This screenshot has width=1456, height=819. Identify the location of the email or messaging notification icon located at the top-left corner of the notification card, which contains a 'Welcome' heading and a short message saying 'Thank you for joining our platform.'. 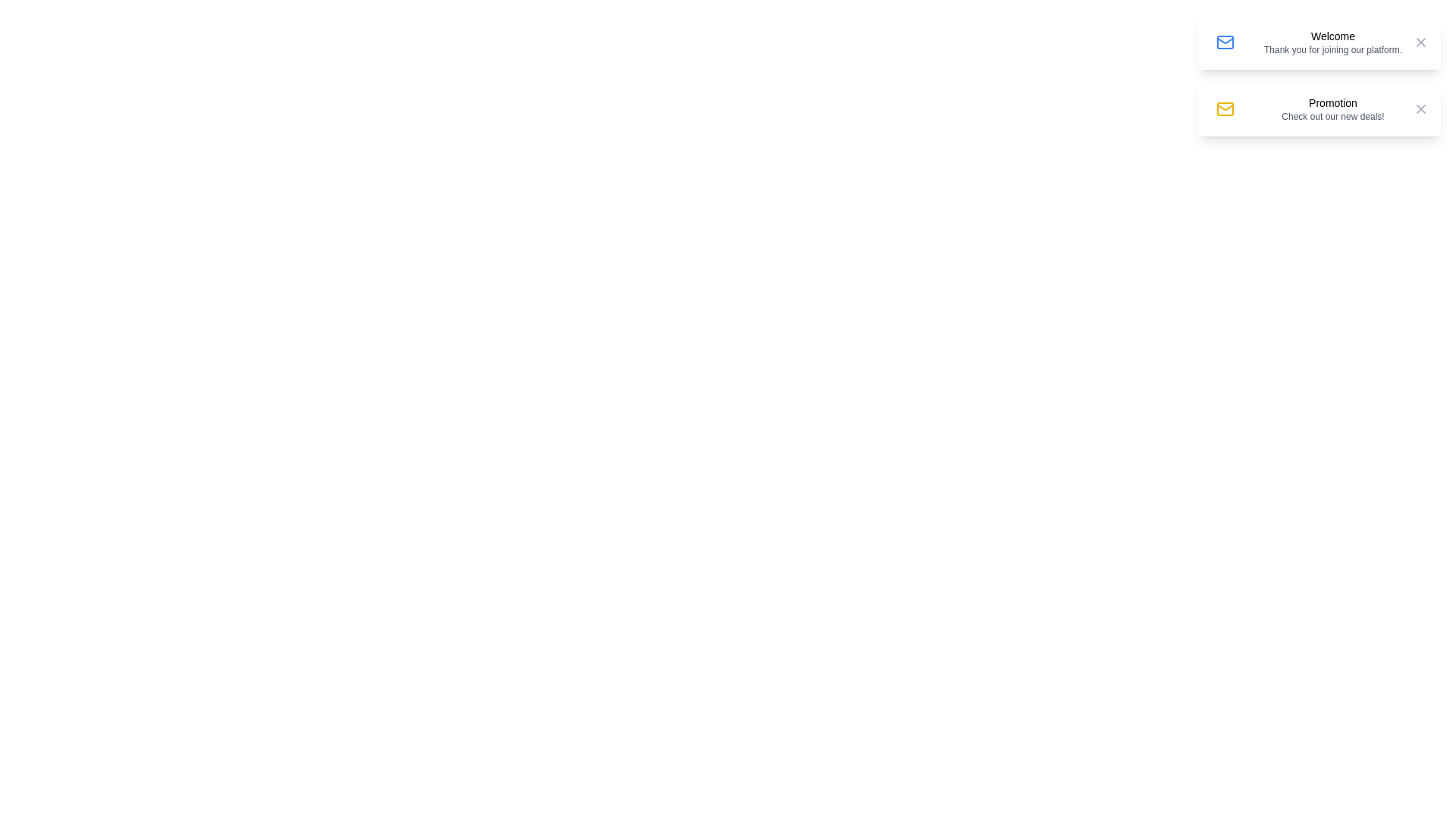
(1225, 42).